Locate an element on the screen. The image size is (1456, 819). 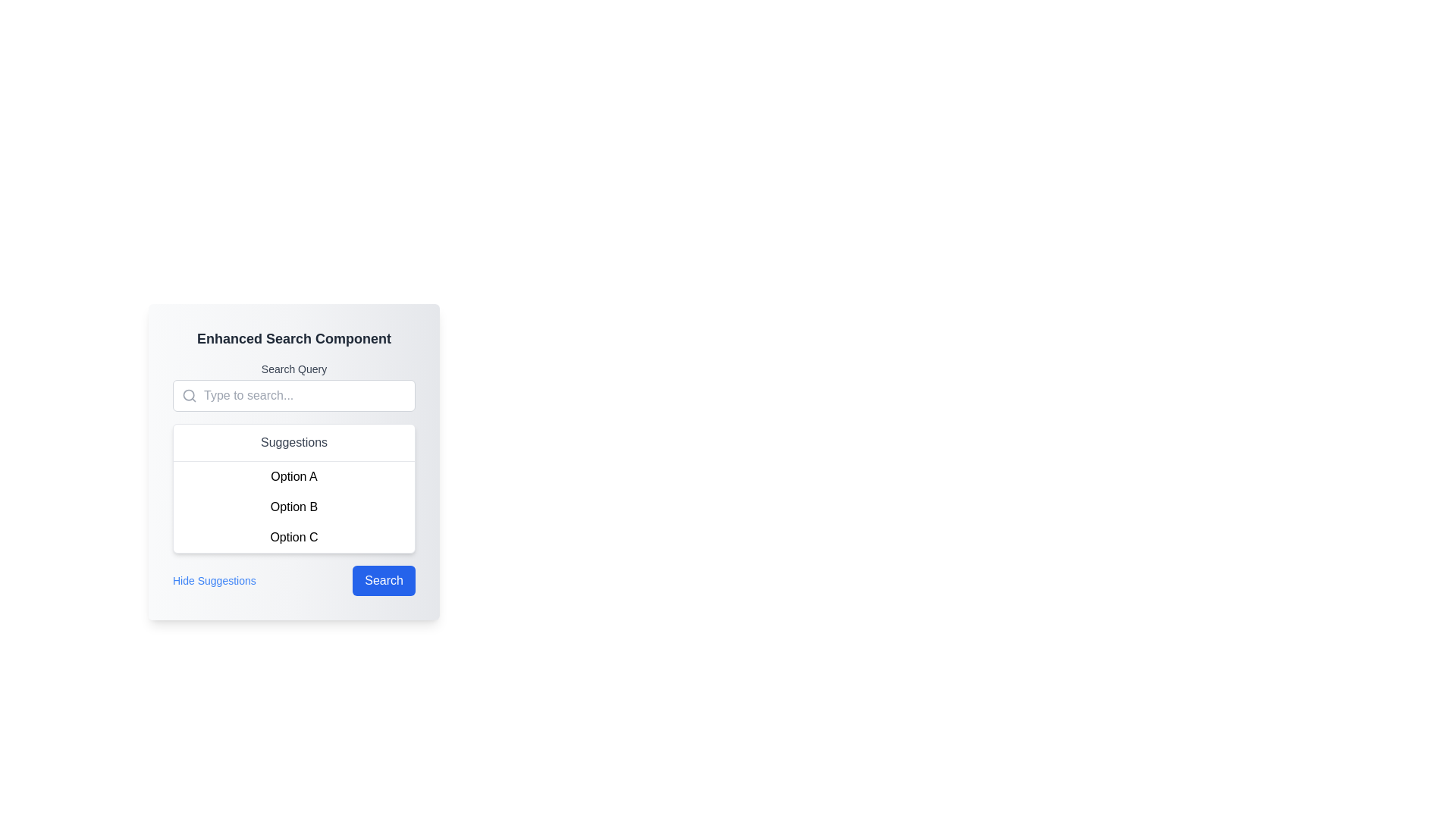
the text label indicating the purpose of the suggestion list, located at the top center of the suggestion box interface is located at coordinates (294, 441).